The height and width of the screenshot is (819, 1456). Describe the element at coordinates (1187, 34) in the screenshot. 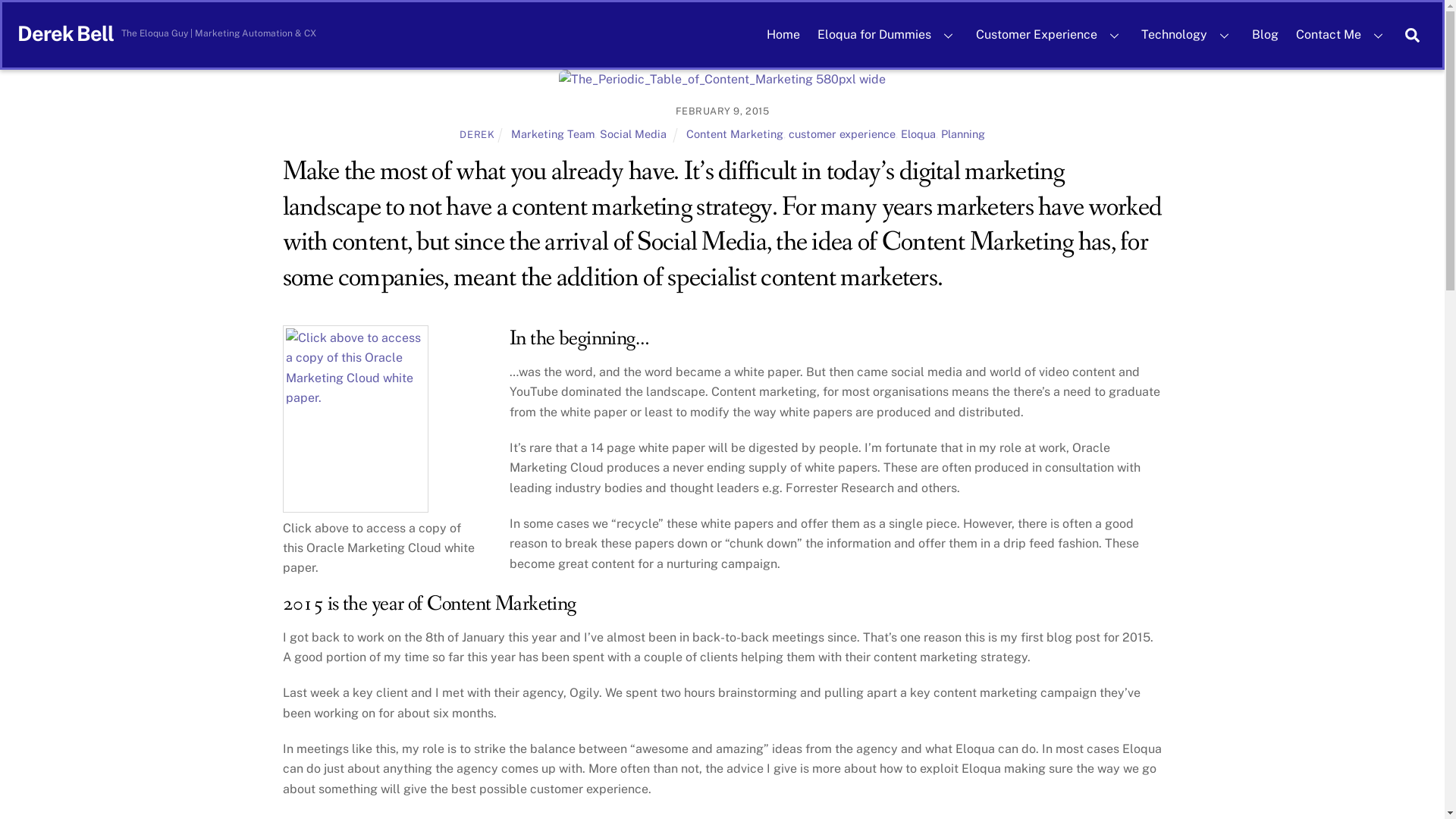

I see `'Technology'` at that location.